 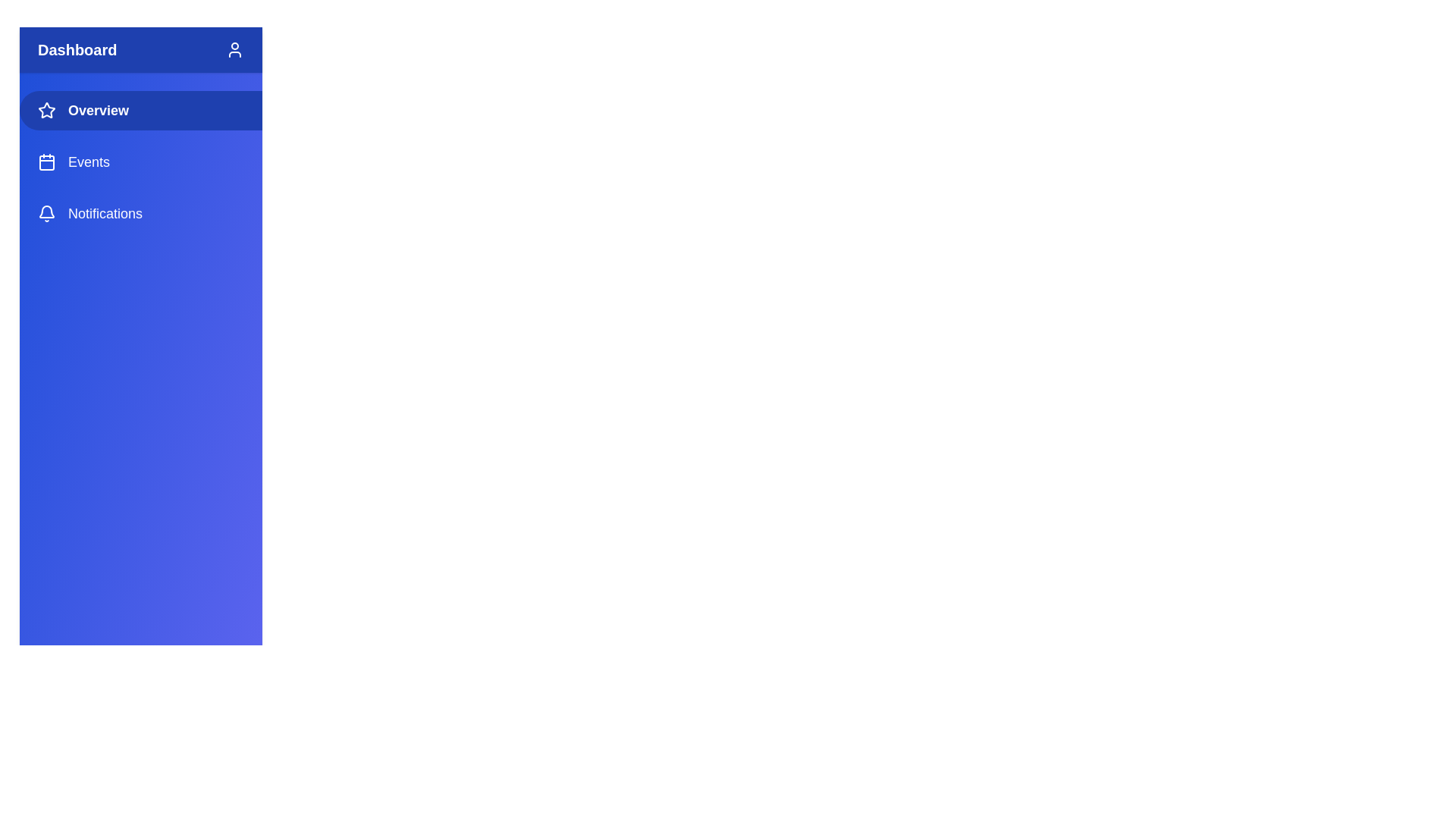 What do you see at coordinates (141, 162) in the screenshot?
I see `the sidebar section Events` at bounding box center [141, 162].